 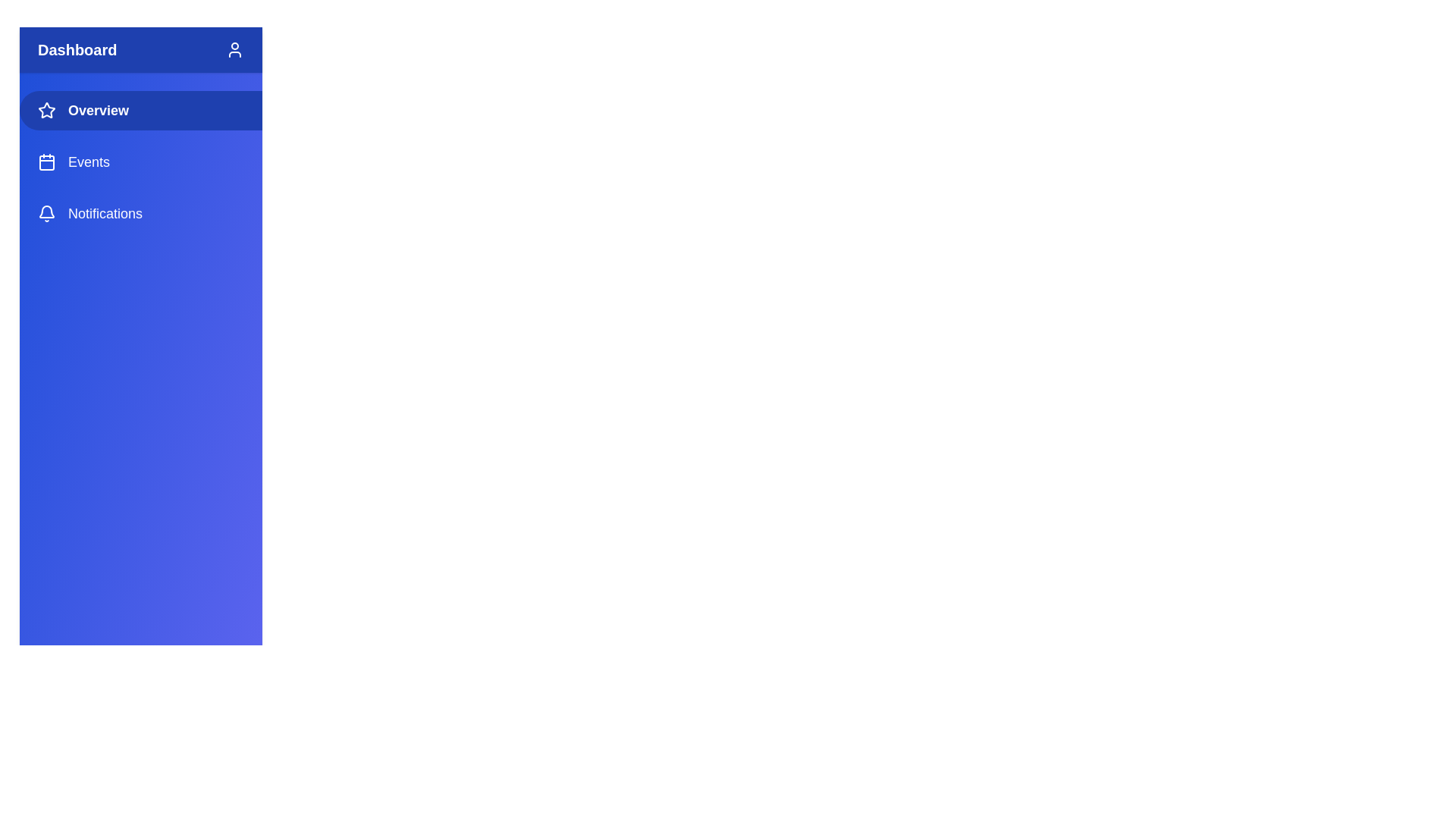 What do you see at coordinates (141, 162) in the screenshot?
I see `the sidebar section Events` at bounding box center [141, 162].